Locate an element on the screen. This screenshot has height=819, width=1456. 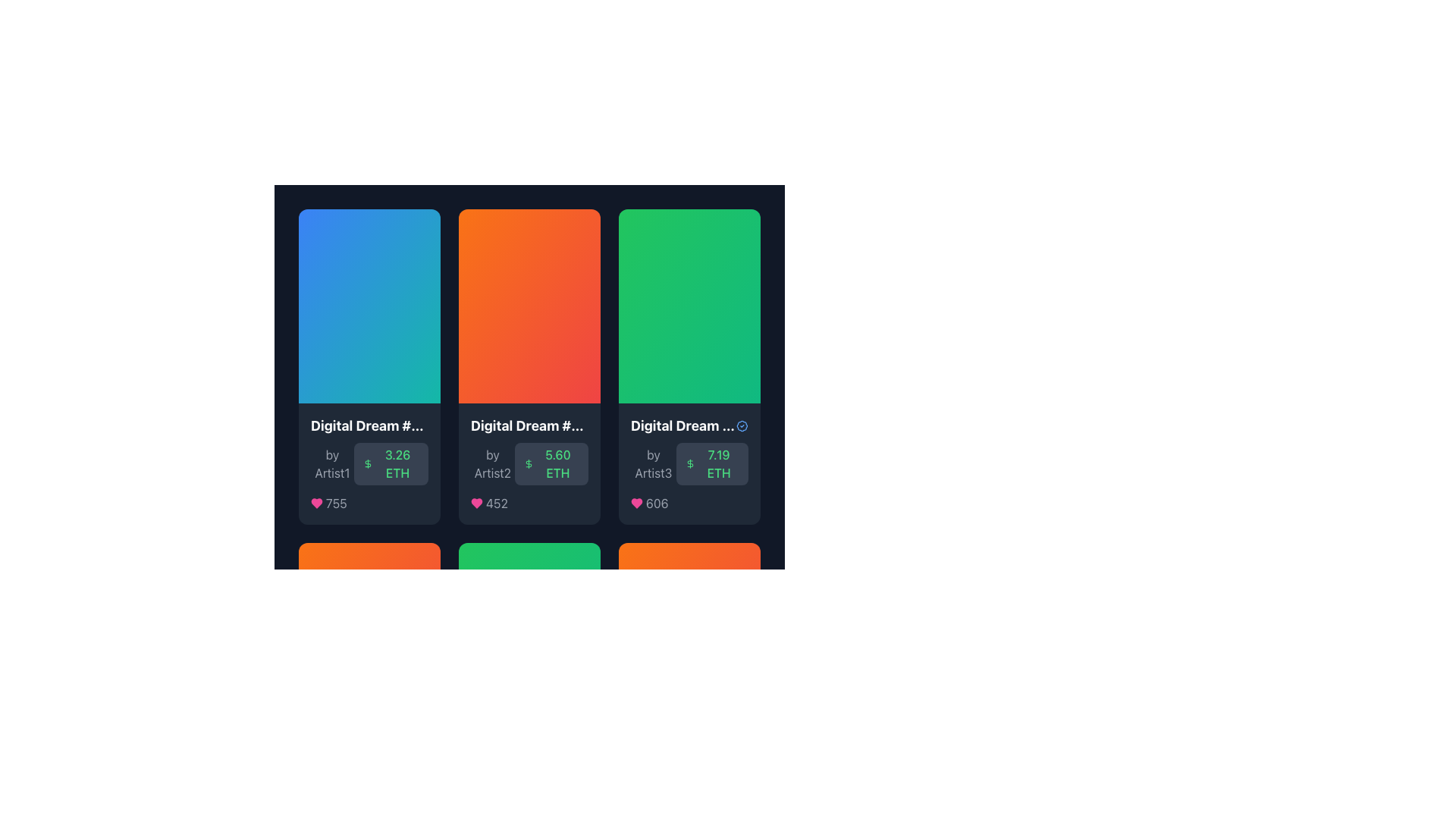
displayed text of the text label that shows 'by Artist2', which is styled with a gray font and positioned within a card-like layout is located at coordinates (492, 463).